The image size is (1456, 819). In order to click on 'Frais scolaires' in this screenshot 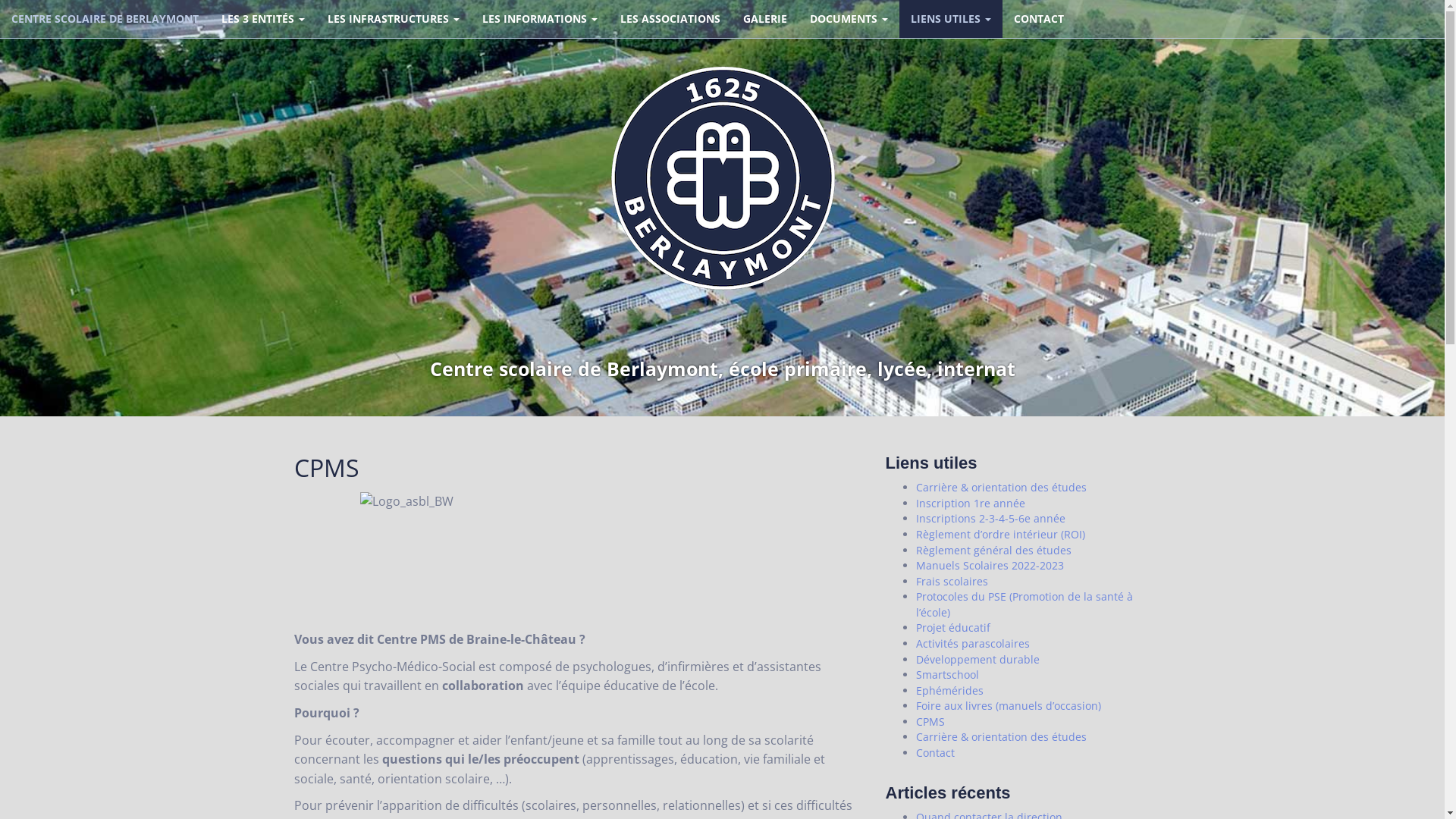, I will do `click(915, 580)`.